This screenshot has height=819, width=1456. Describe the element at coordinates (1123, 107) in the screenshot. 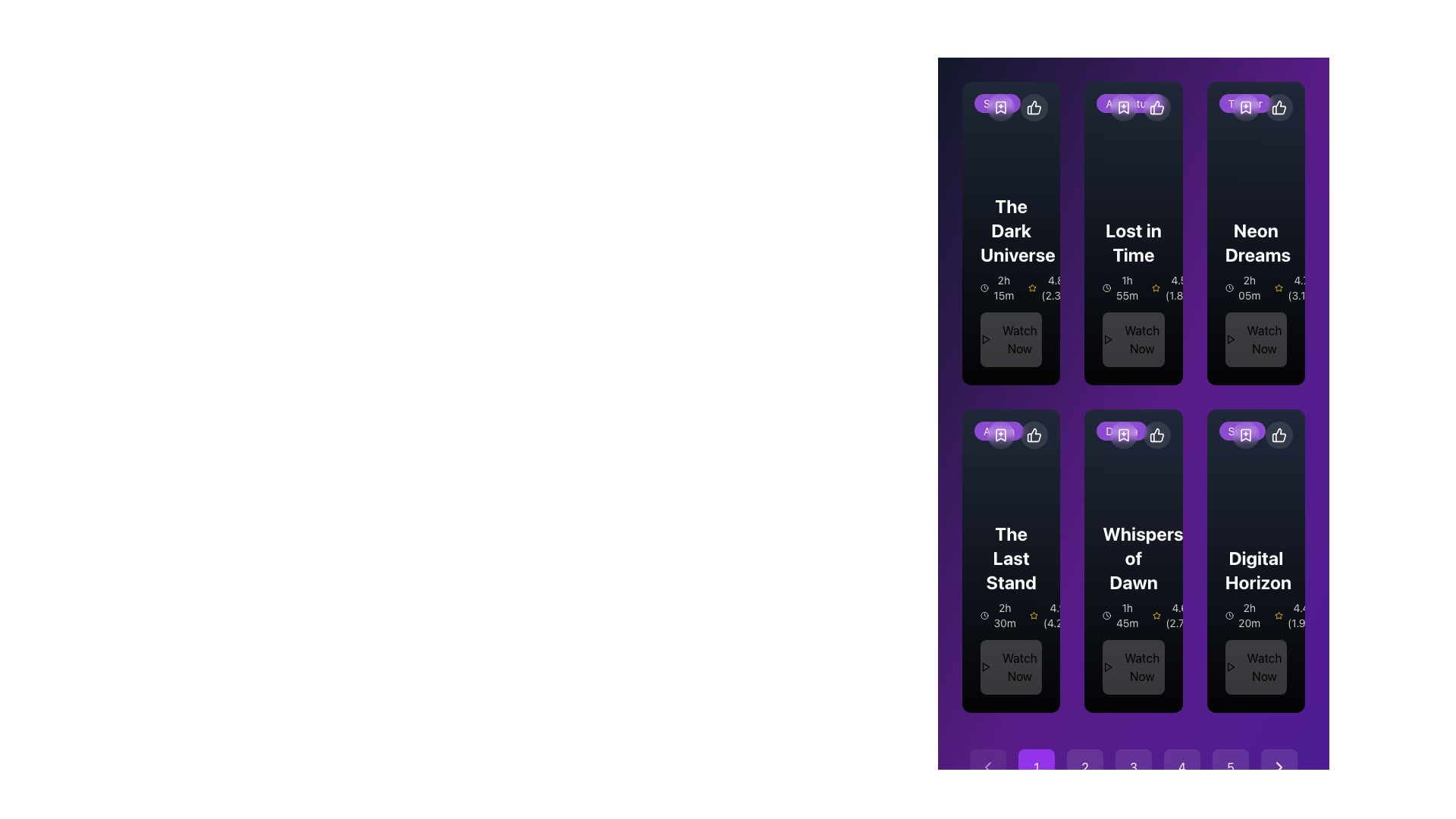

I see `the bookmark icon located at the top middle of the 'Lost in Time' card, which signifies the bookmark feature` at that location.